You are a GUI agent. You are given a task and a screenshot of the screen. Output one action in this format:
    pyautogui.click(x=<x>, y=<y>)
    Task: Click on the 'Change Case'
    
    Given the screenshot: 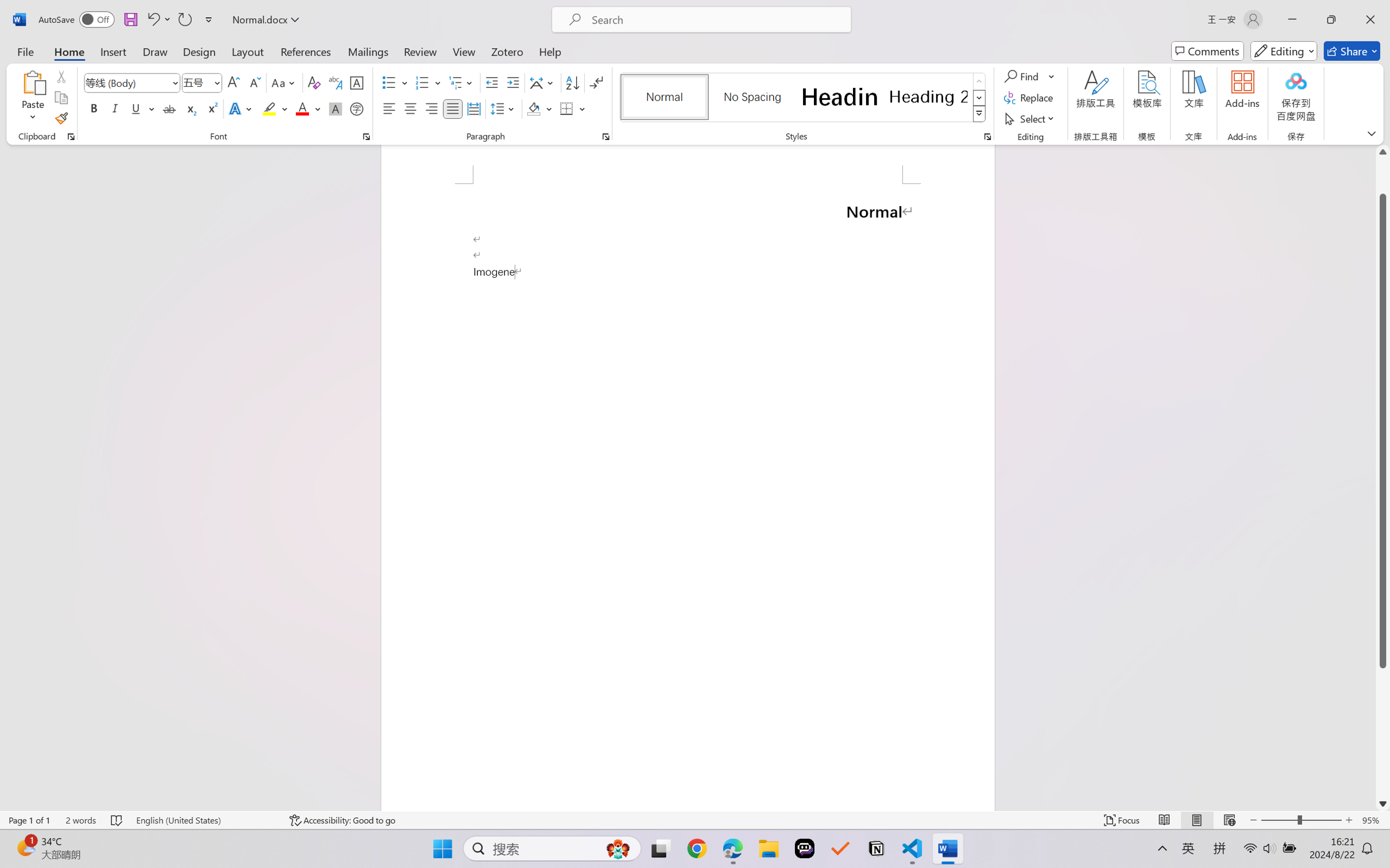 What is the action you would take?
    pyautogui.click(x=283, y=83)
    